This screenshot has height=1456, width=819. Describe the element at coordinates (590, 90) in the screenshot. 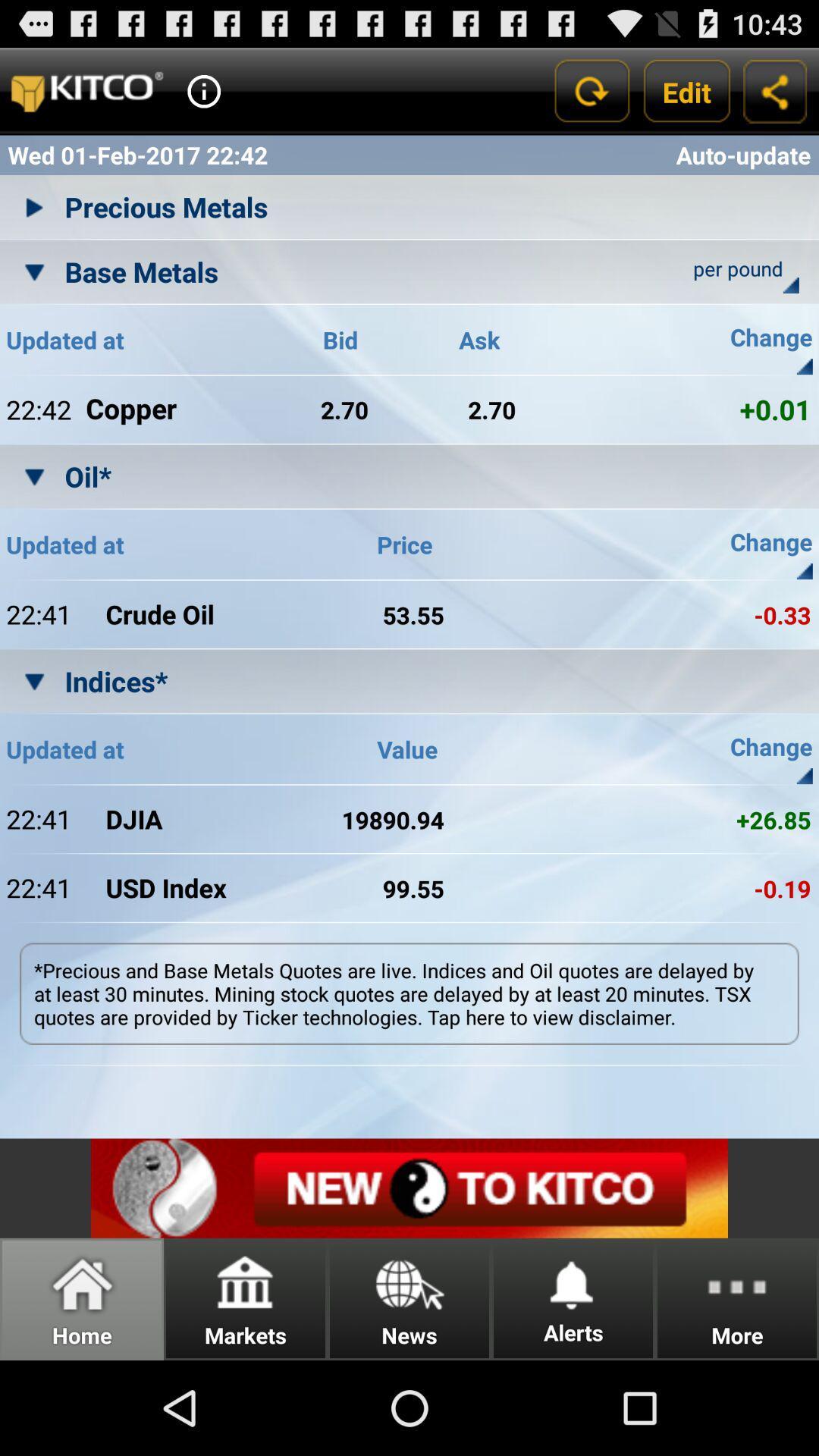

I see `refresh page` at that location.